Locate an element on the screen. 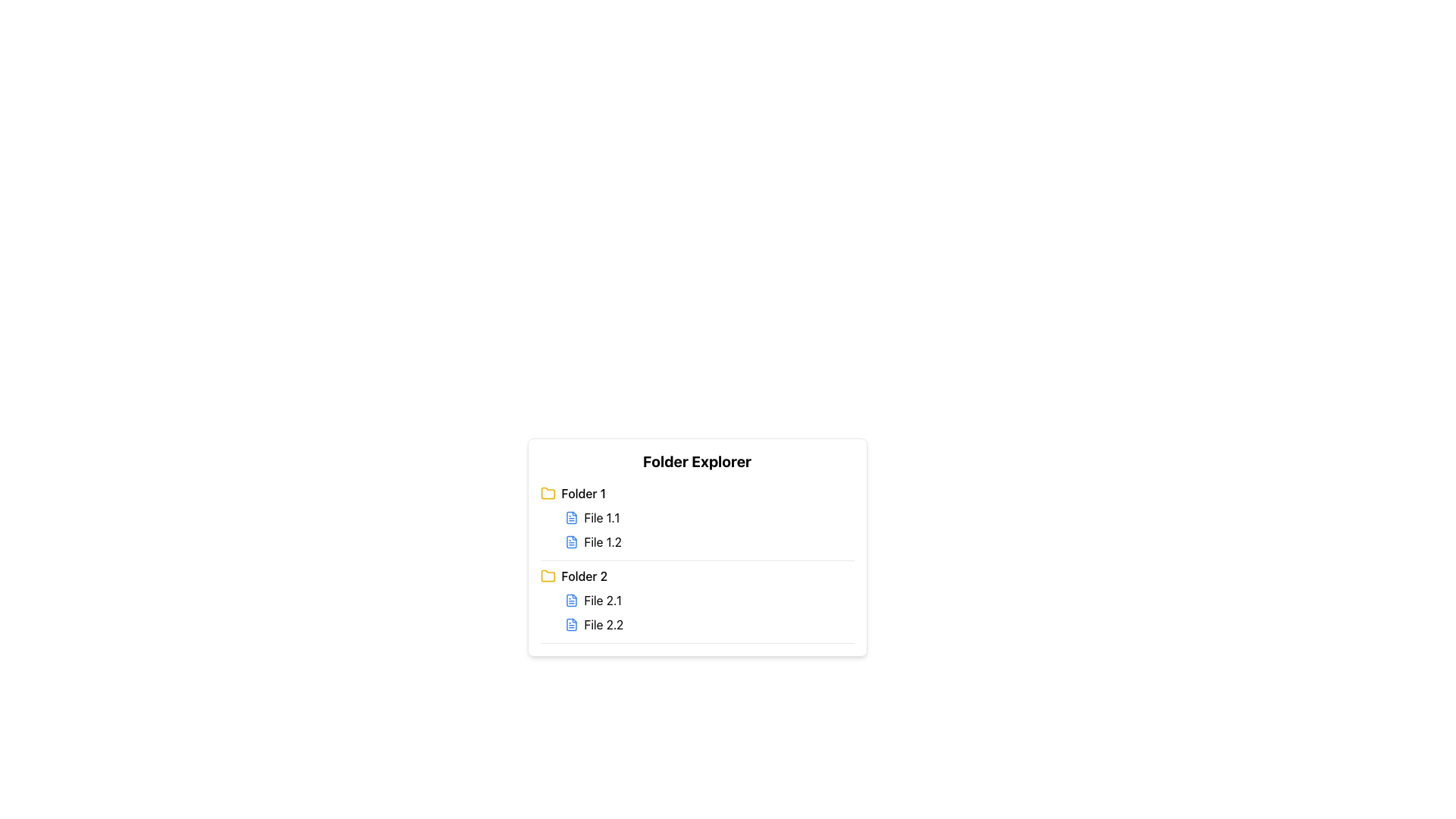 The height and width of the screenshot is (819, 1456). the labeled file icon 'File 2.2' is located at coordinates (708, 625).